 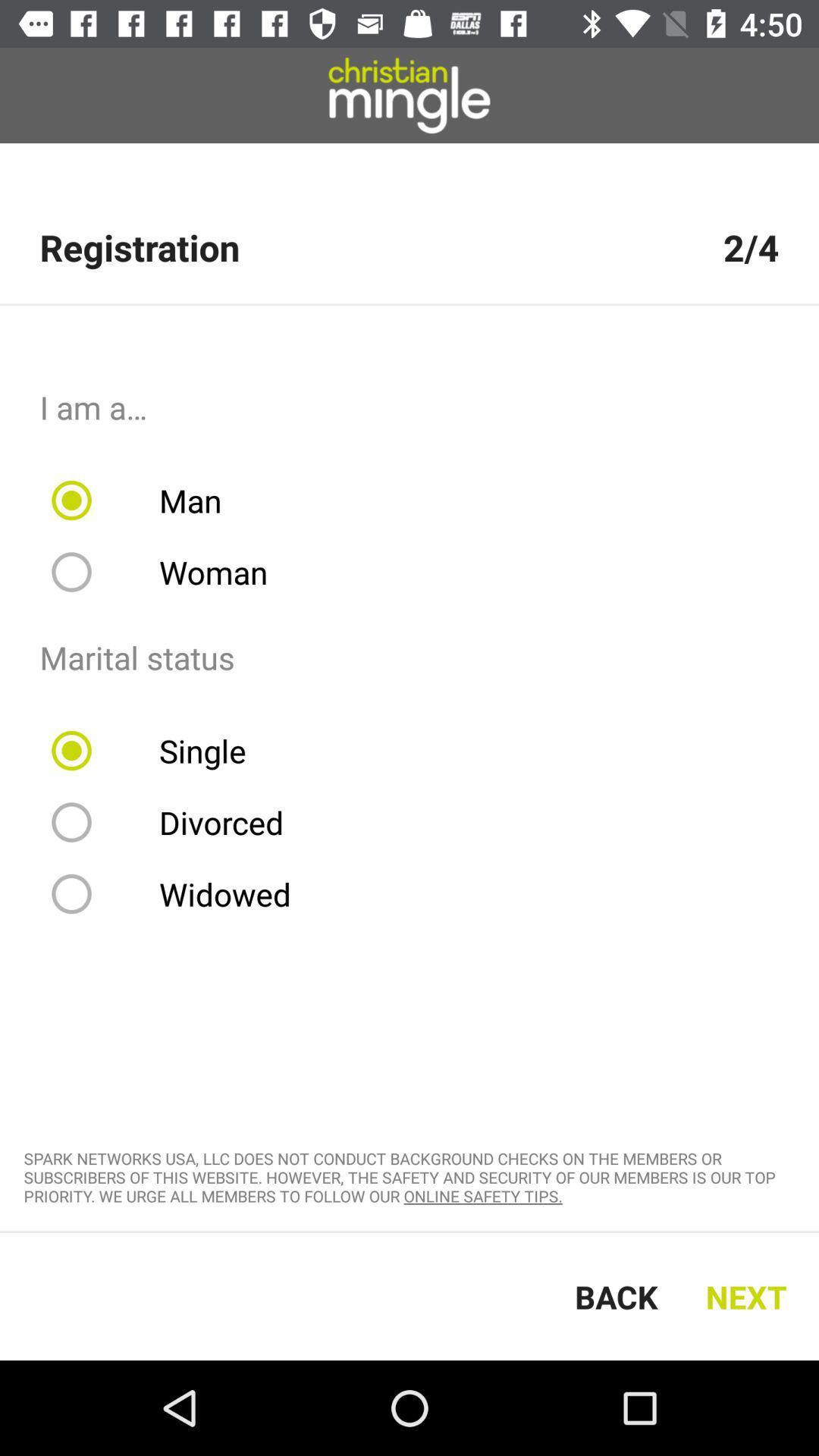 I want to click on the item below the marital status, so click(x=158, y=750).